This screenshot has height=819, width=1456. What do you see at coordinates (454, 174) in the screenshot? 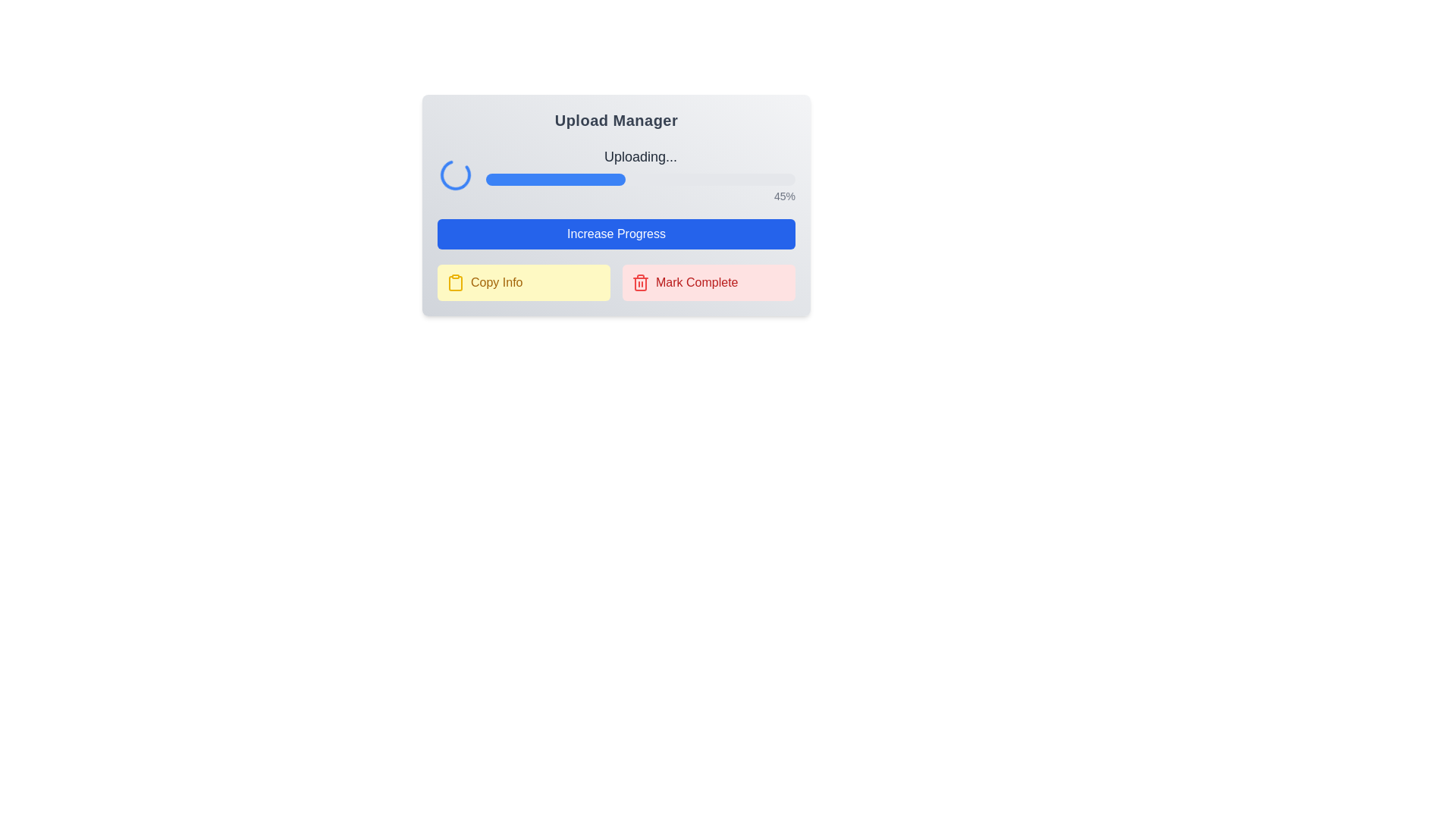
I see `the animation of the circular rotating loader icon, which is blue in color and located to the left of the 'Uploading...45%' progress text` at bounding box center [454, 174].